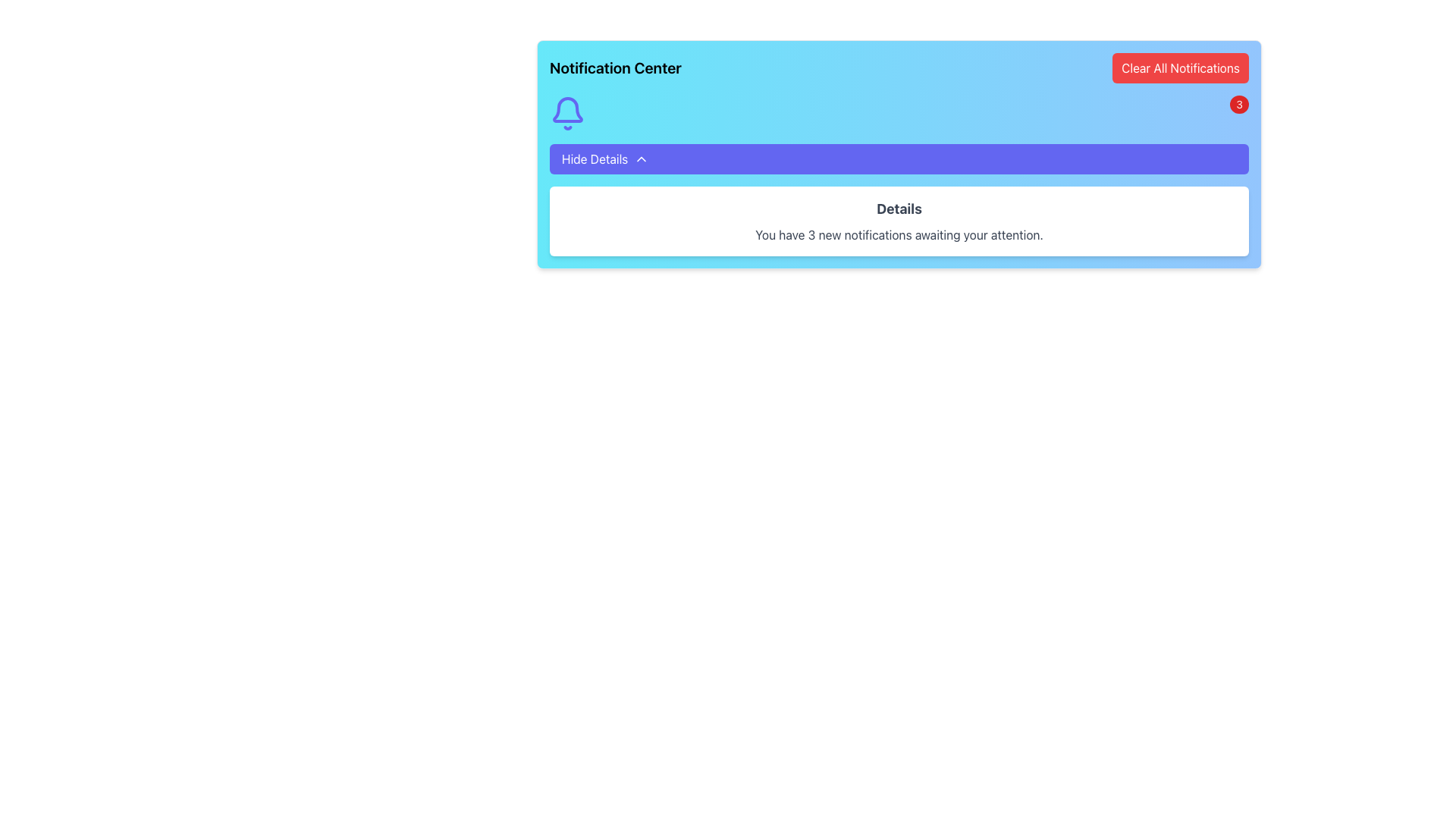 The height and width of the screenshot is (819, 1456). What do you see at coordinates (566, 109) in the screenshot?
I see `the graphical bell icon located near the top of the notification center panel, slightly to the left, featuring a modern vector-based design with clean outlines and subtle curves` at bounding box center [566, 109].